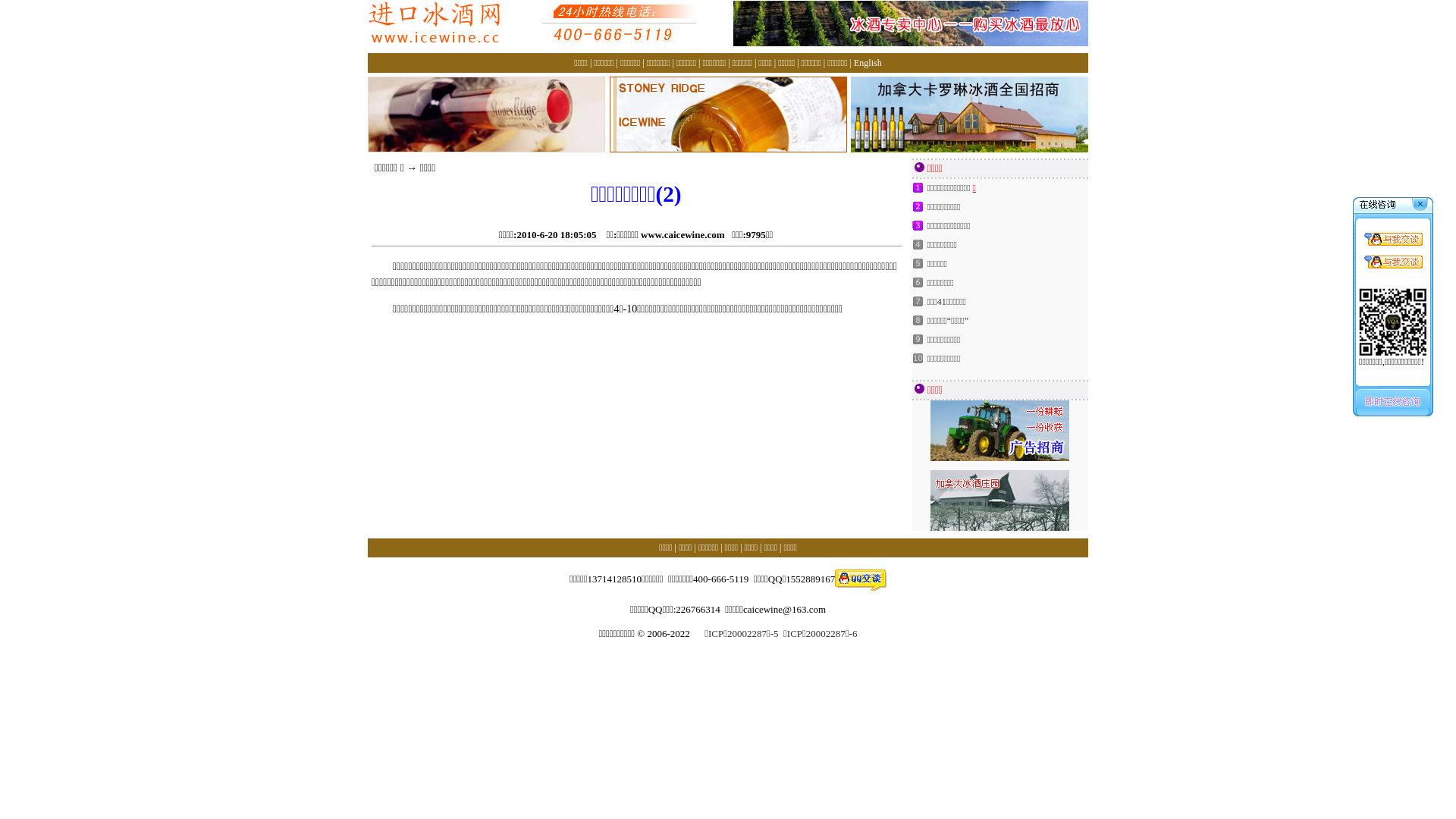 The image size is (1456, 819). Describe the element at coordinates (854, 62) in the screenshot. I see `'English'` at that location.